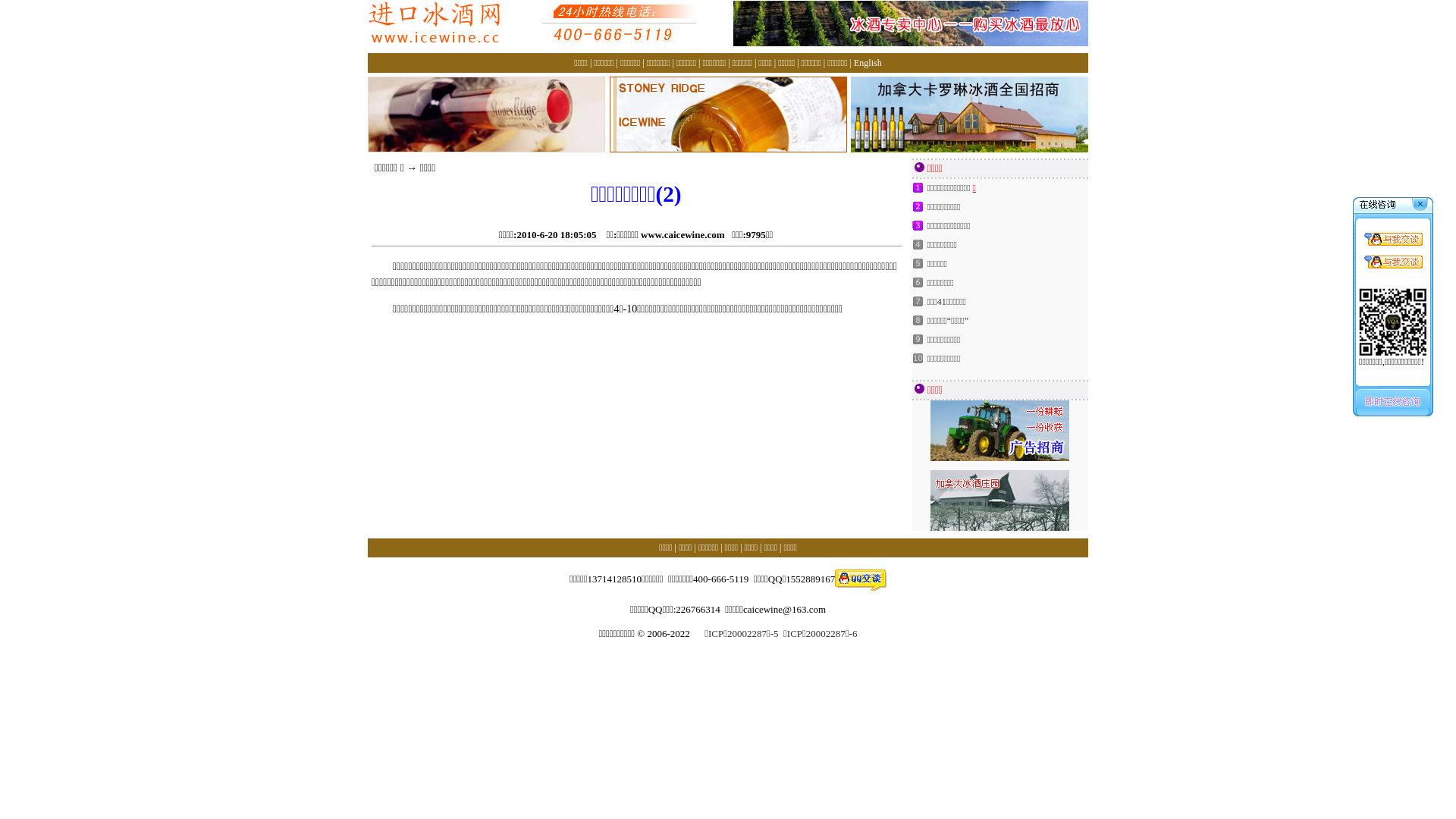 The image size is (1456, 819). Describe the element at coordinates (854, 62) in the screenshot. I see `'English'` at that location.